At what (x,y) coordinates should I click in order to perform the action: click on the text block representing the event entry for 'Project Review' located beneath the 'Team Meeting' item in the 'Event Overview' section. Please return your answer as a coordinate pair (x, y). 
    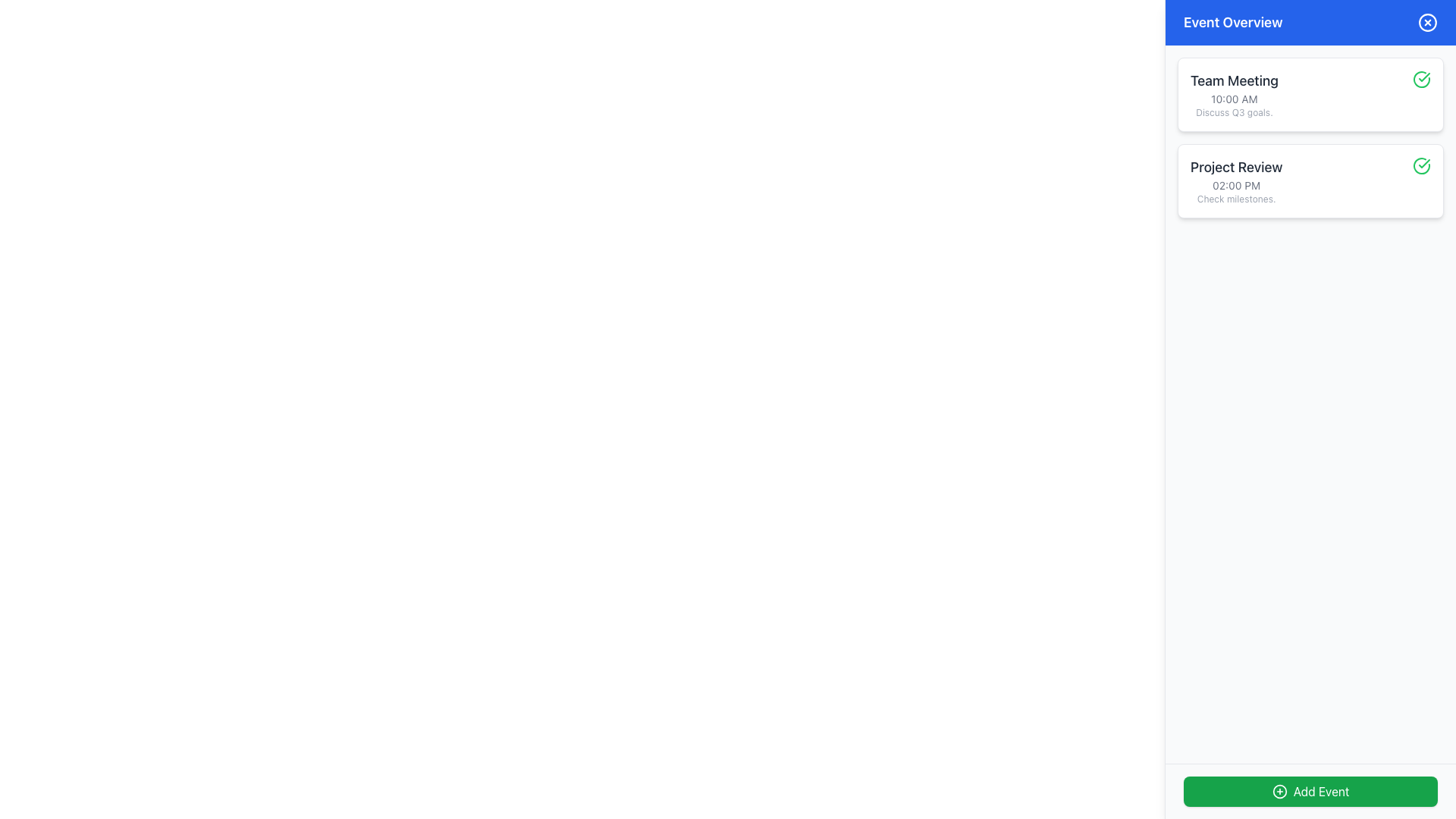
    Looking at the image, I should click on (1236, 180).